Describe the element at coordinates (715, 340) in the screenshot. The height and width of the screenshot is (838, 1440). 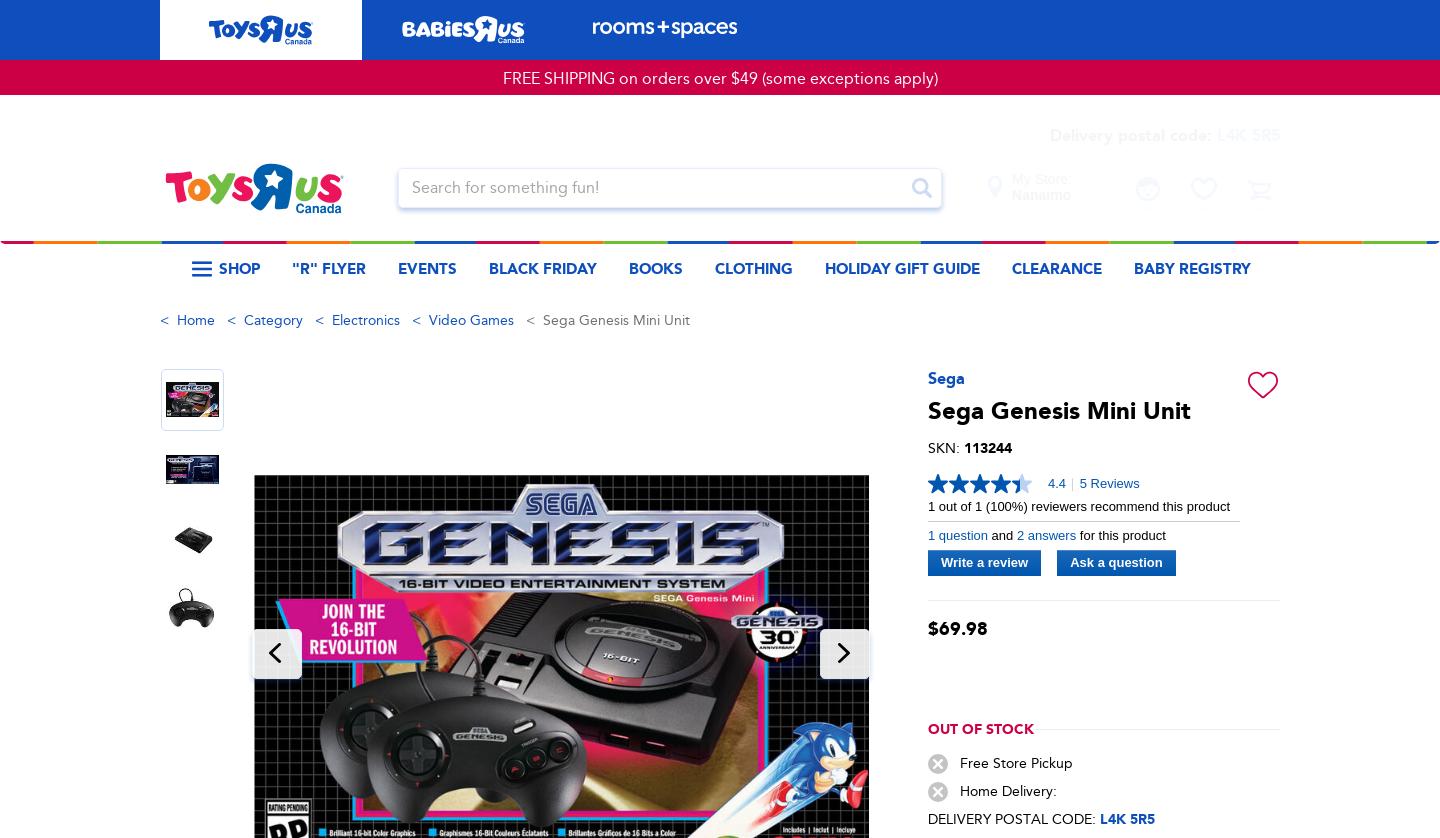
I see `'Checking your Gift Card balance is easy. Simply enter in your Gift Card number and PIN and click'` at that location.